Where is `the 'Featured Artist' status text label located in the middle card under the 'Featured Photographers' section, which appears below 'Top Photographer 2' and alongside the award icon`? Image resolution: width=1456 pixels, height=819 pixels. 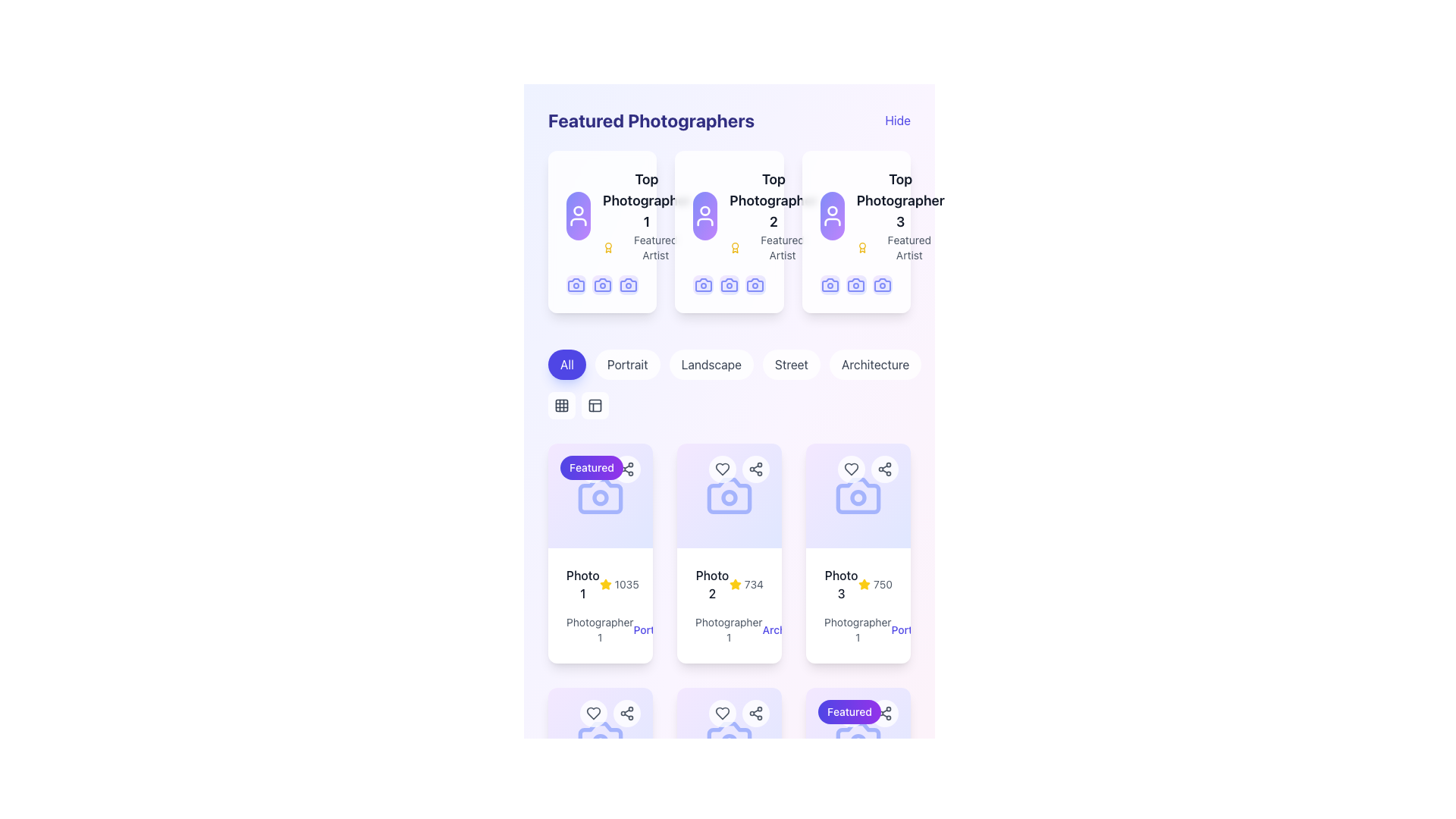
the 'Featured Artist' status text label located in the middle card under the 'Featured Photographers' section, which appears below 'Top Photographer 2' and alongside the award icon is located at coordinates (773, 247).